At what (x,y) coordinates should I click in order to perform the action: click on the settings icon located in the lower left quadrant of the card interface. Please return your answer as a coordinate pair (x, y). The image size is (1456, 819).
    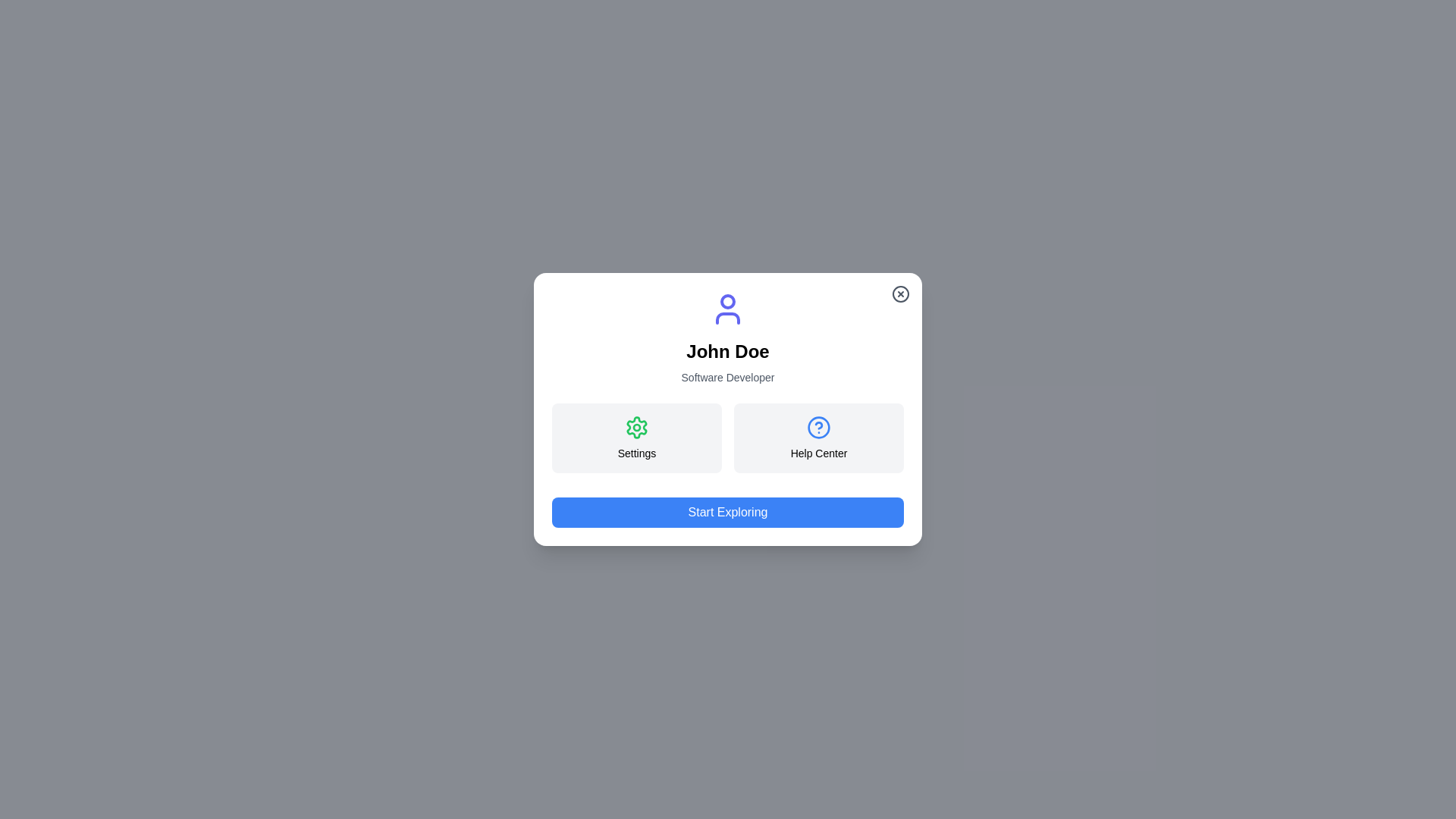
    Looking at the image, I should click on (637, 427).